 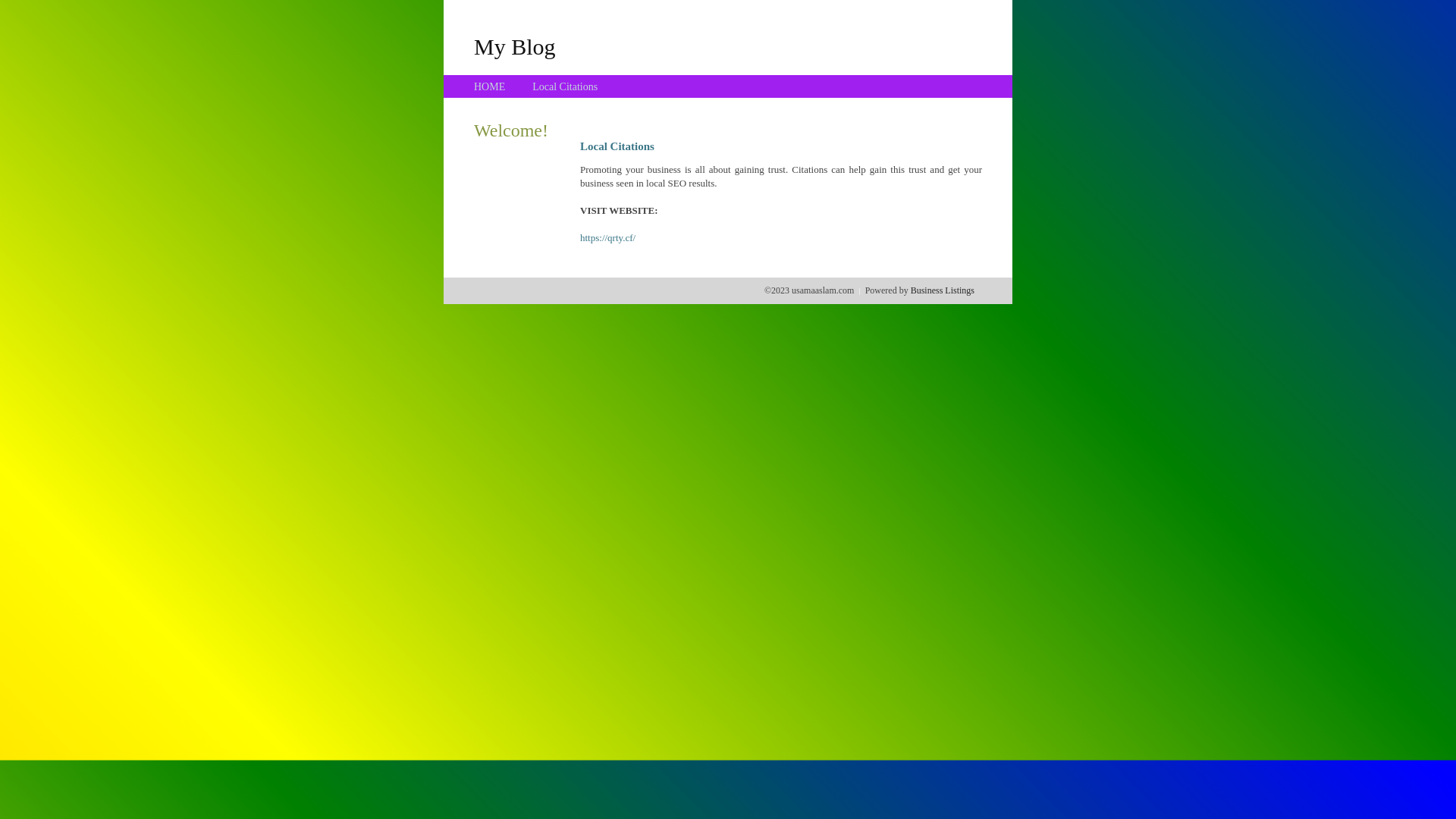 I want to click on 'HOME', so click(x=489, y=86).